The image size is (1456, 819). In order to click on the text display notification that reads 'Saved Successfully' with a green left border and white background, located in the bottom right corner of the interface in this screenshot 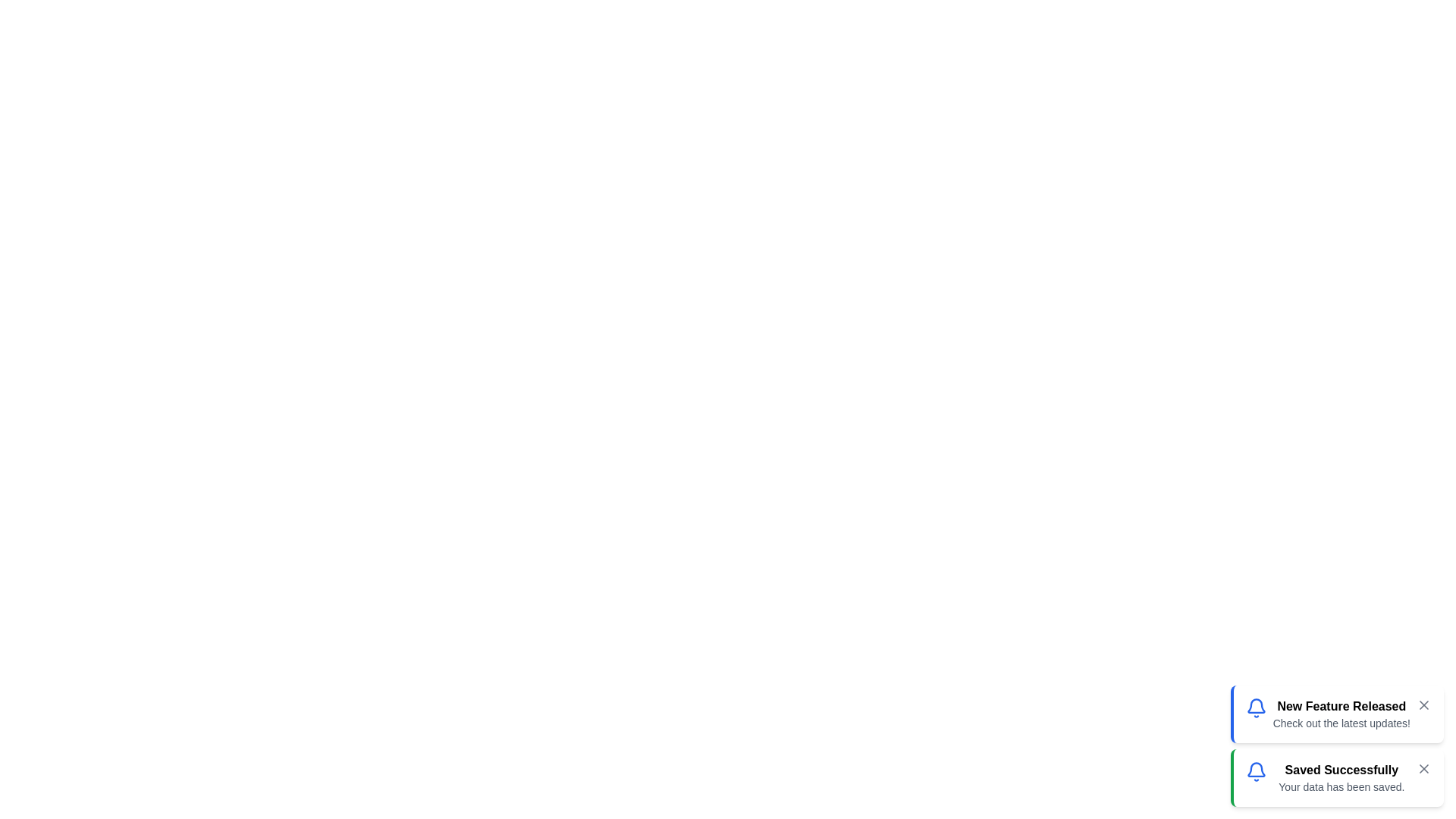, I will do `click(1341, 778)`.